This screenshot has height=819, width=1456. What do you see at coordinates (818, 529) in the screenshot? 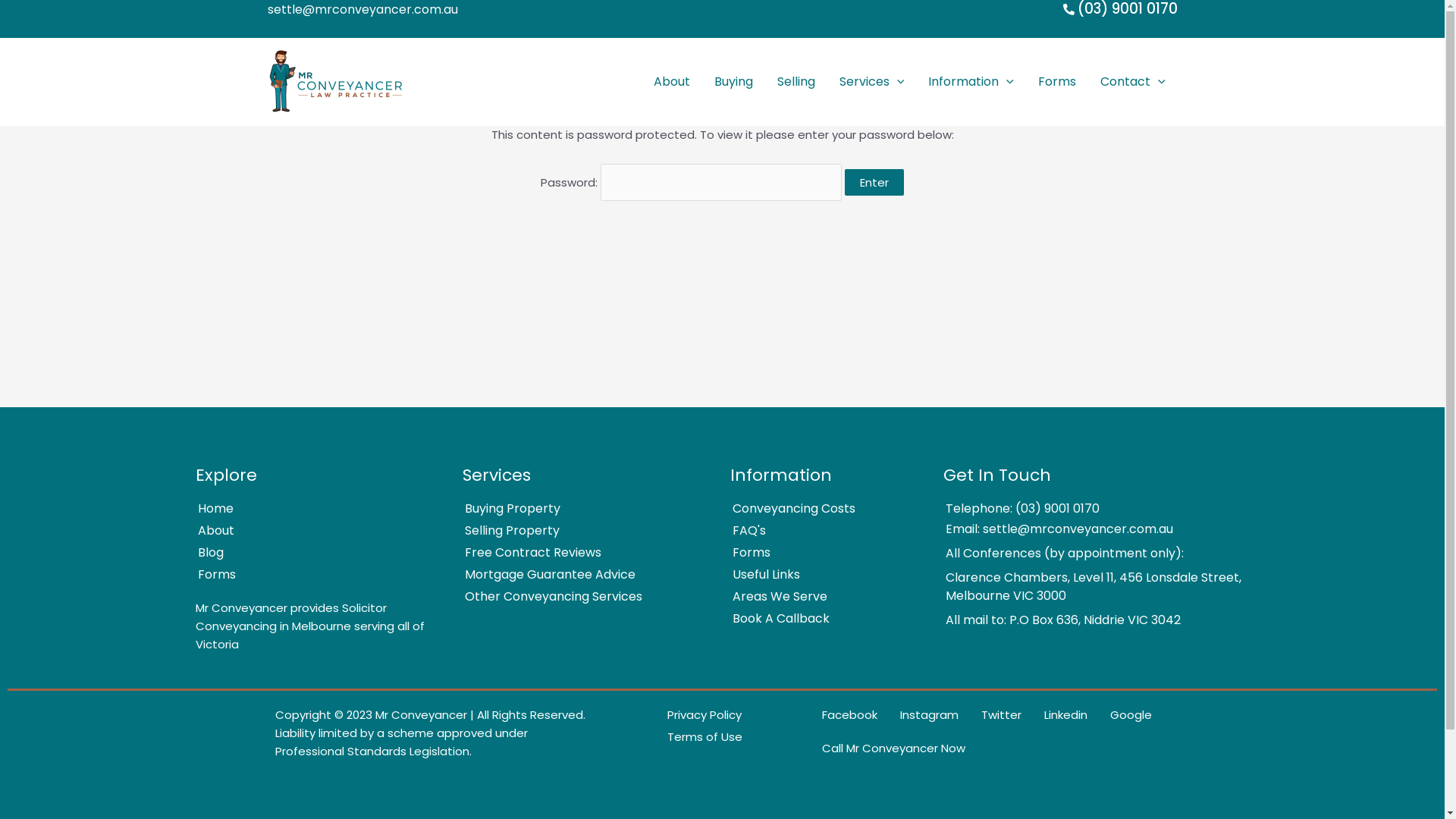
I see `'FAQ's'` at bounding box center [818, 529].